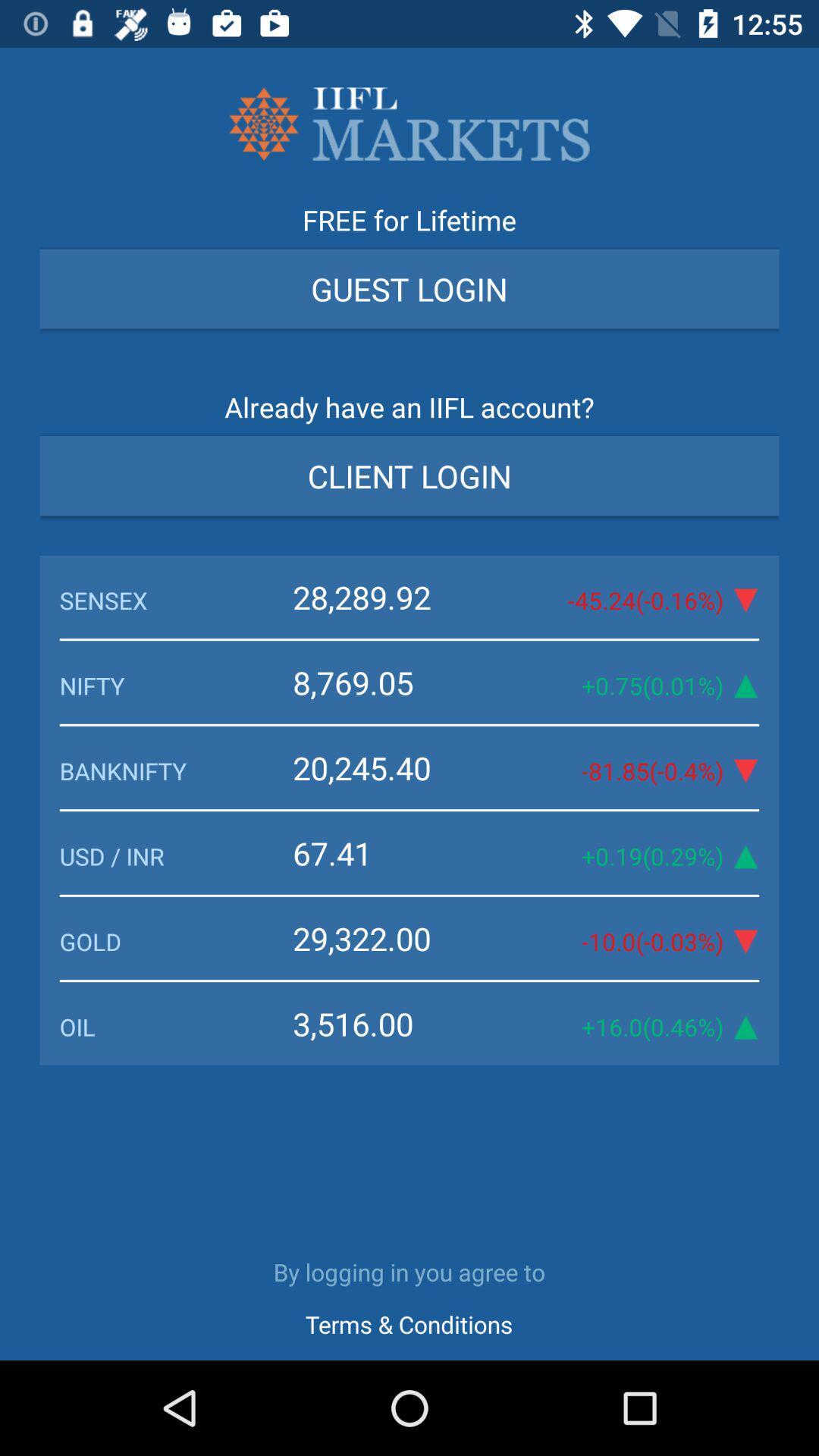 This screenshot has height=1456, width=819. What do you see at coordinates (175, 940) in the screenshot?
I see `gold` at bounding box center [175, 940].